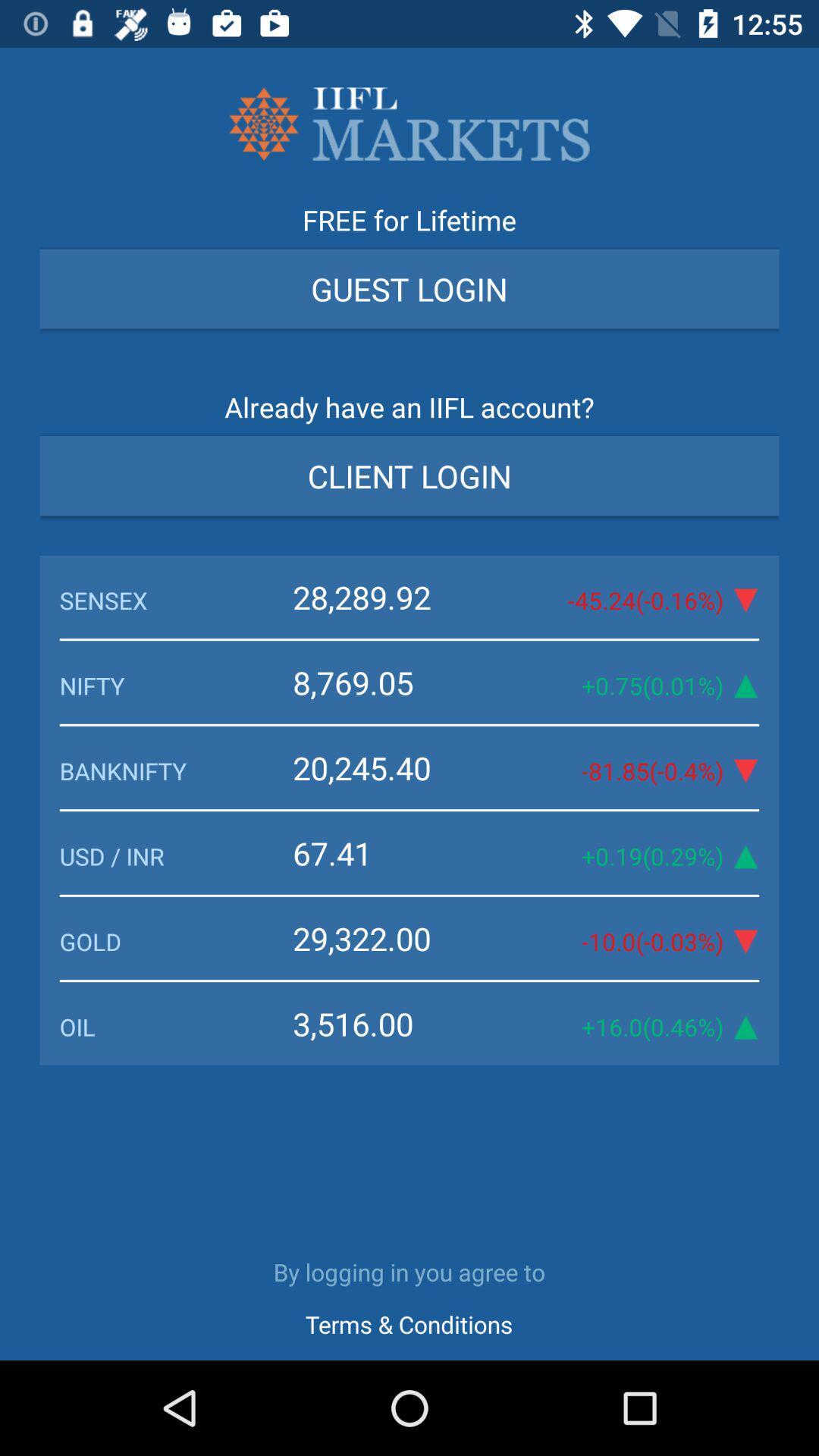 This screenshot has height=1456, width=819. What do you see at coordinates (175, 940) in the screenshot?
I see `gold` at bounding box center [175, 940].